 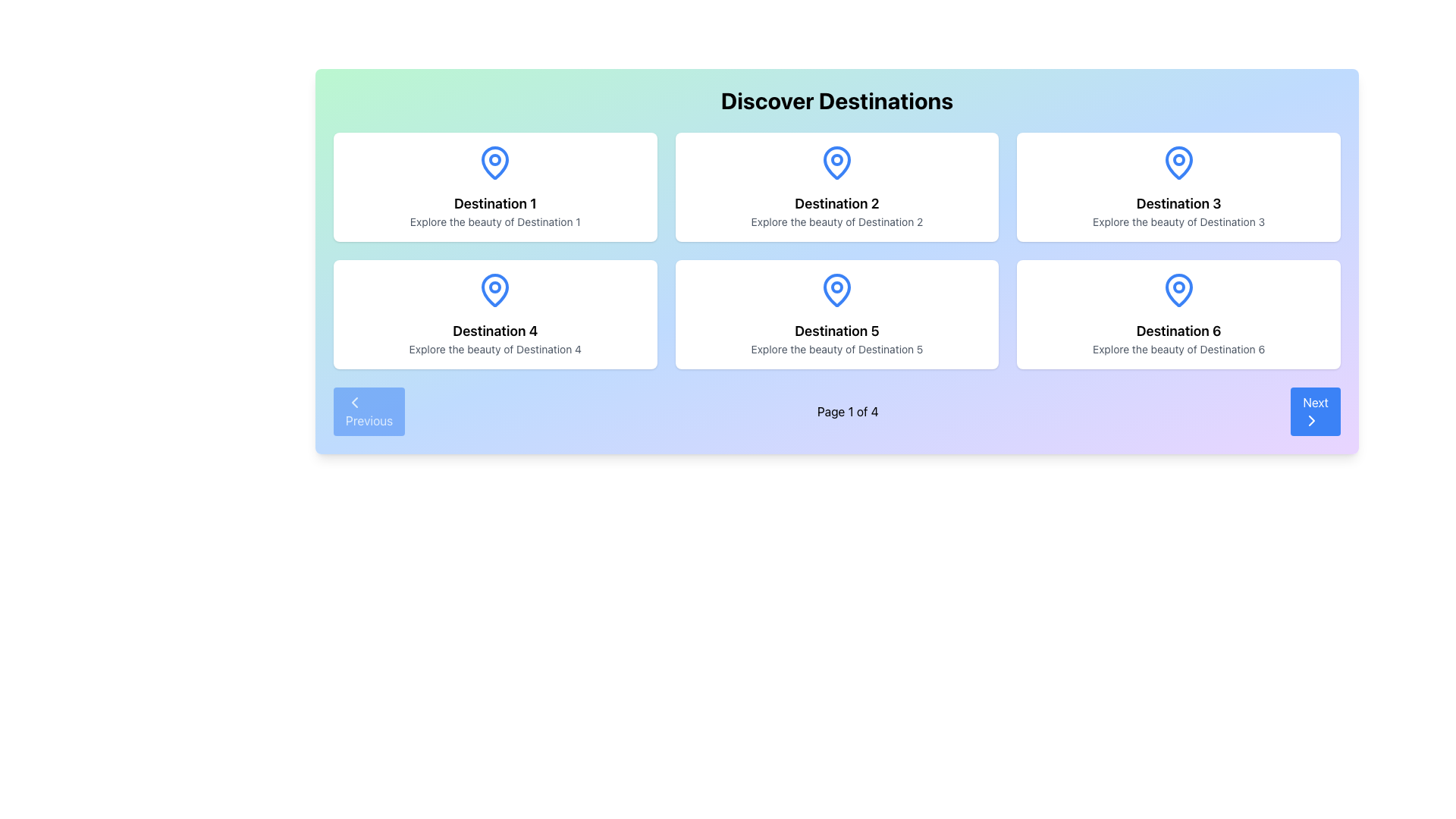 What do you see at coordinates (847, 412) in the screenshot?
I see `the Text Label indicating the current page number in the paginated interface, located at the bottom center between the 'Previous' and 'Next' buttons` at bounding box center [847, 412].